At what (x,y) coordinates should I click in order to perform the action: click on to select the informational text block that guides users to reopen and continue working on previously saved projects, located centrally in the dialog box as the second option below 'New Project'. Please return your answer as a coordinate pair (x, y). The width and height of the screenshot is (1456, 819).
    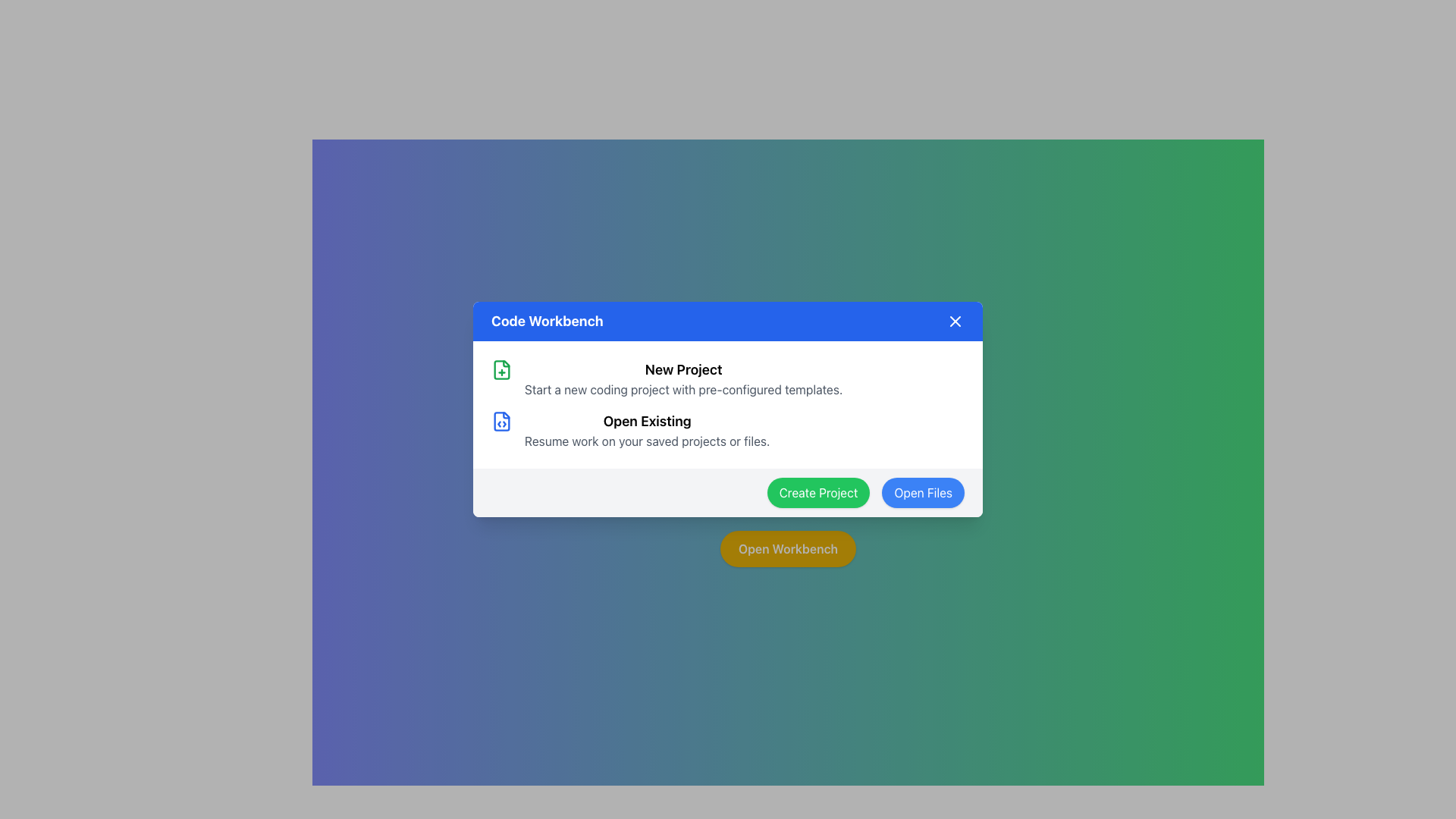
    Looking at the image, I should click on (647, 430).